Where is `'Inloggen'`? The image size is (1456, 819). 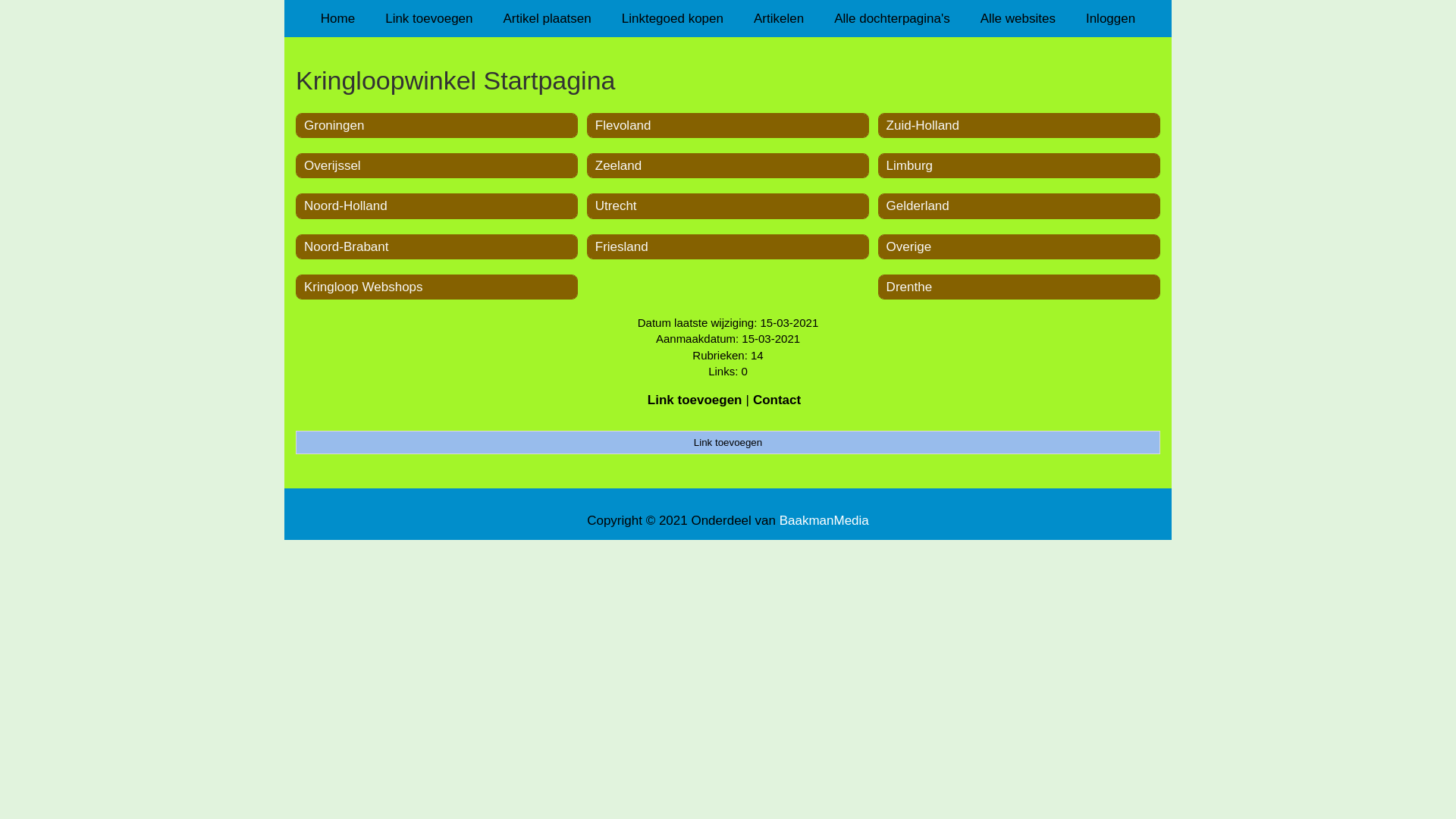 'Inloggen' is located at coordinates (1110, 18).